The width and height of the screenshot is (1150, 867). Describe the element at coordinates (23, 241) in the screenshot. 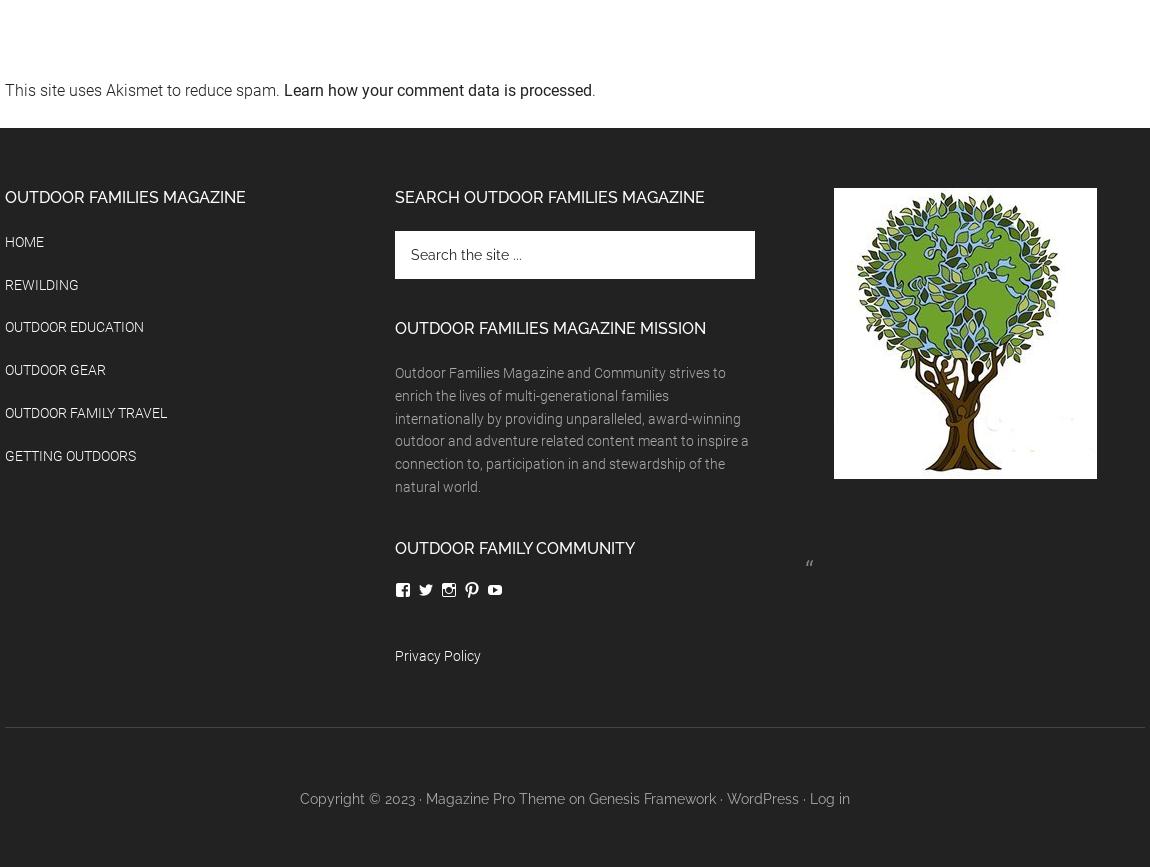

I see `'HOME'` at that location.